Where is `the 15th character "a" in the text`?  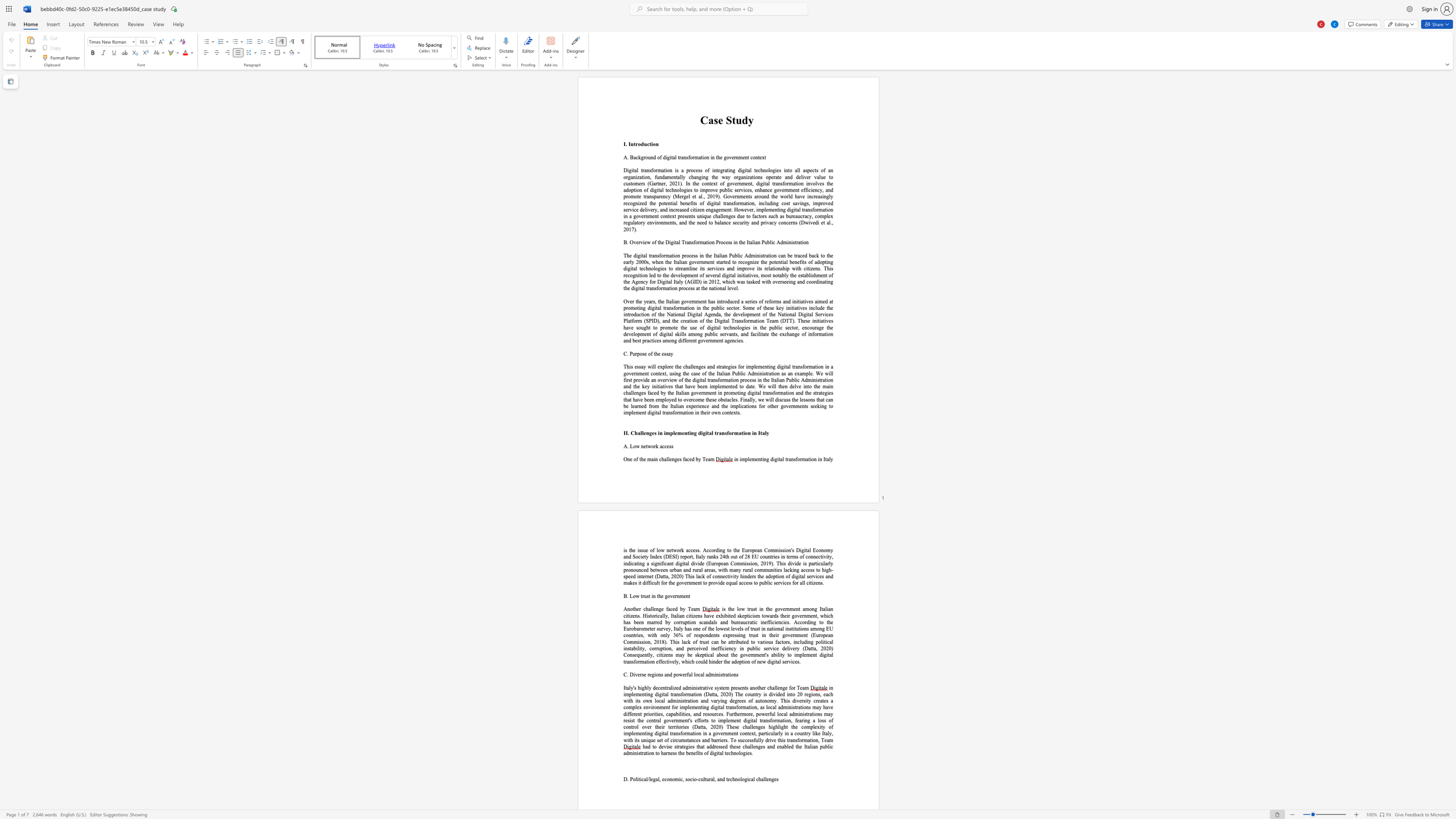
the 15th character "a" in the text is located at coordinates (726, 177).